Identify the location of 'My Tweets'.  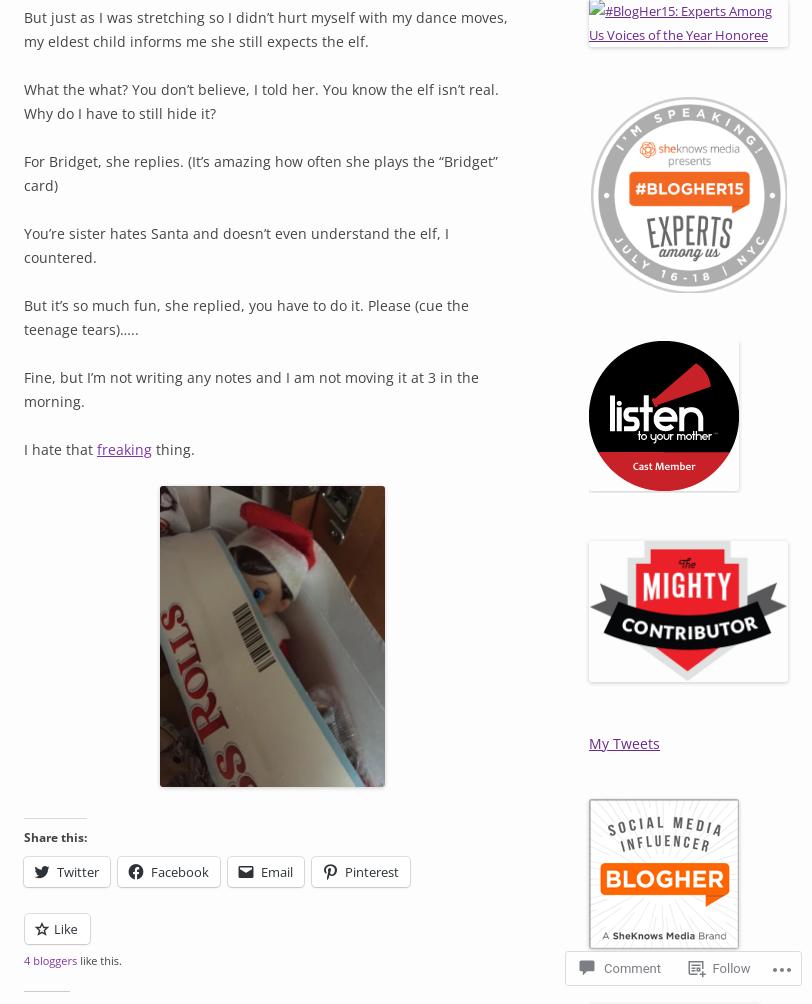
(624, 742).